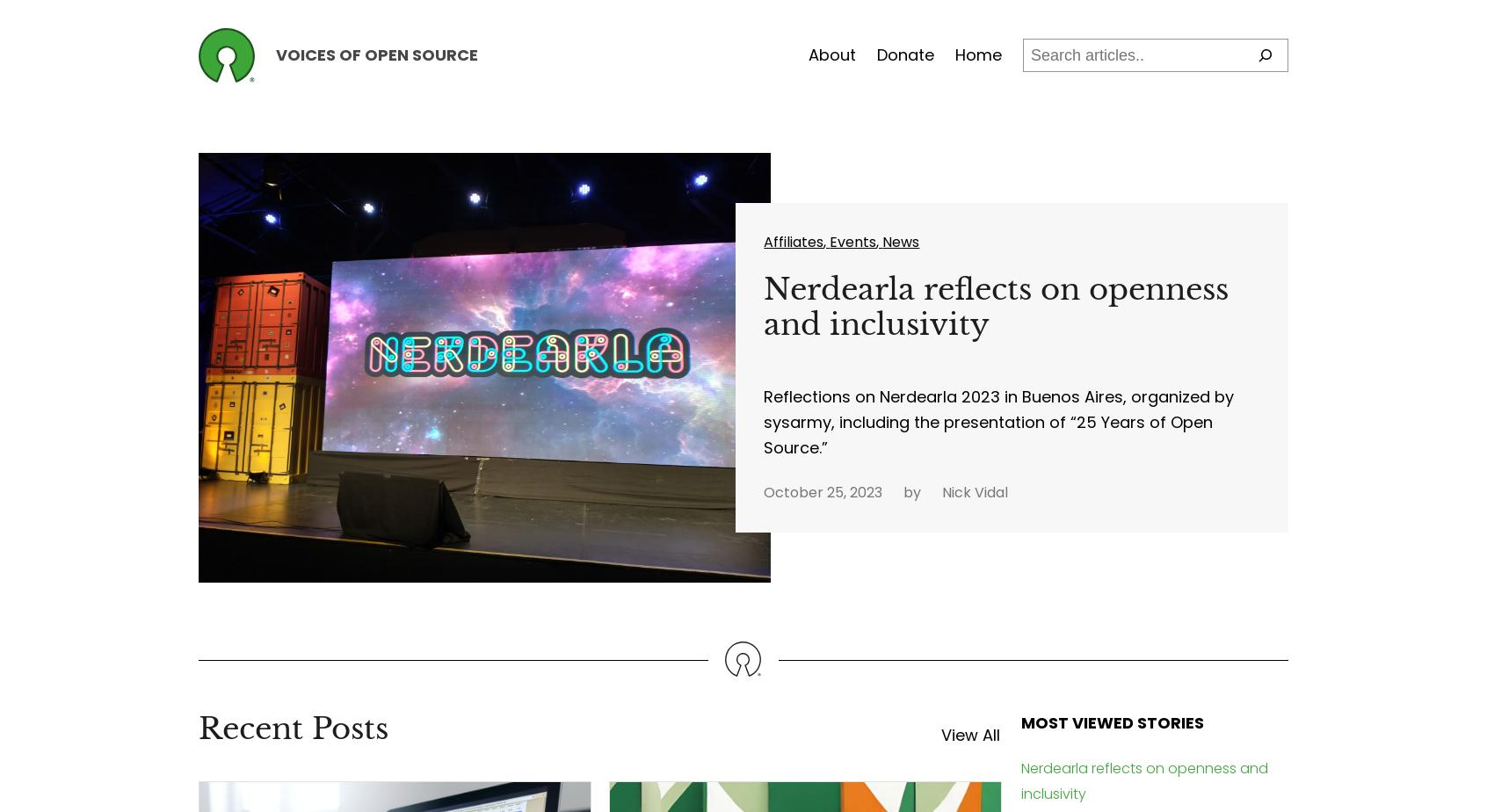 This screenshot has width=1487, height=812. What do you see at coordinates (997, 421) in the screenshot?
I see `'Reflections on Nerdearla 2023 in Buenos Aires, organized by sysarmy, including the presentation of “25 Years of Open Source.”'` at bounding box center [997, 421].